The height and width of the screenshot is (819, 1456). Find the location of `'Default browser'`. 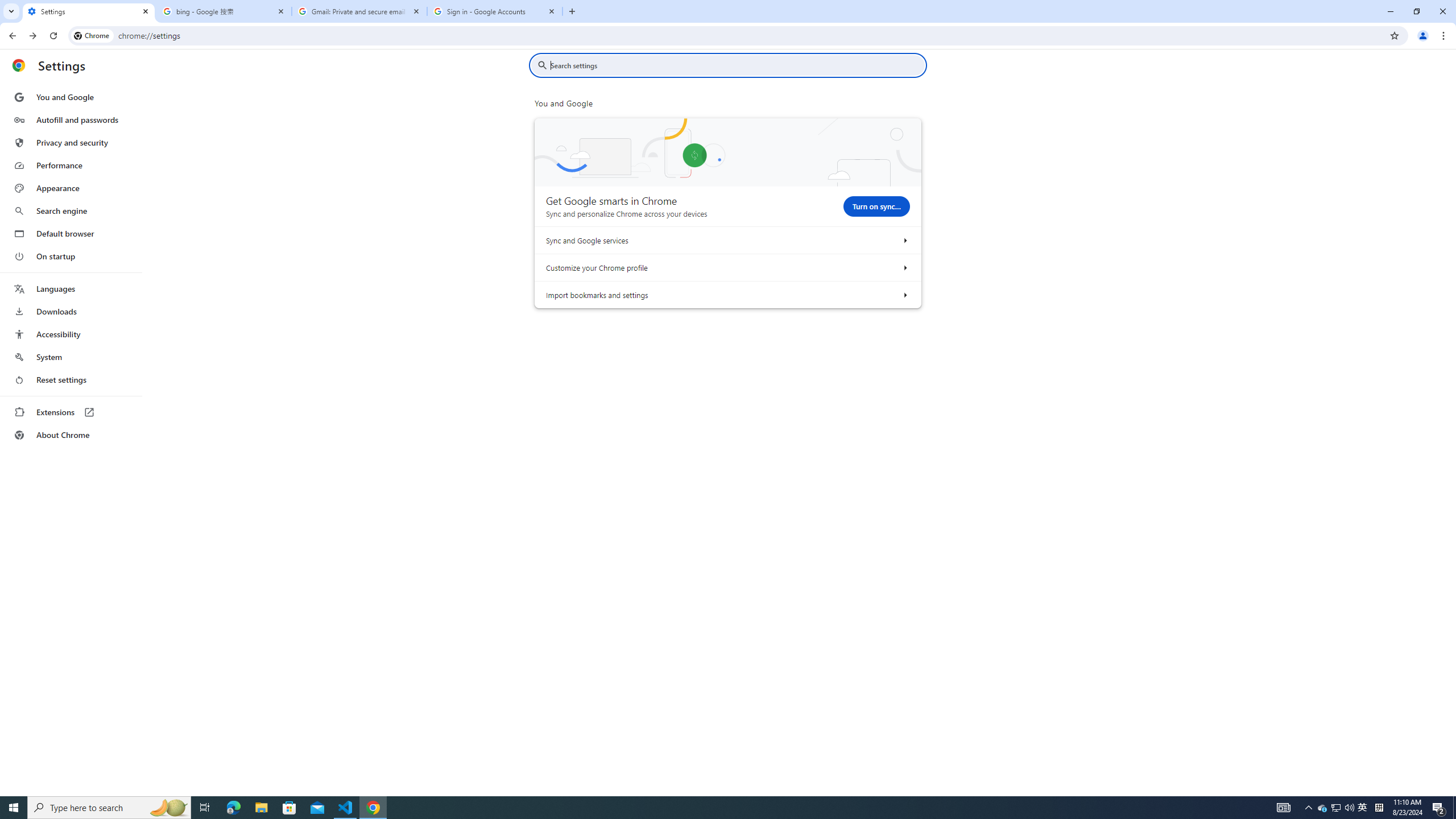

'Default browser' is located at coordinates (70, 233).